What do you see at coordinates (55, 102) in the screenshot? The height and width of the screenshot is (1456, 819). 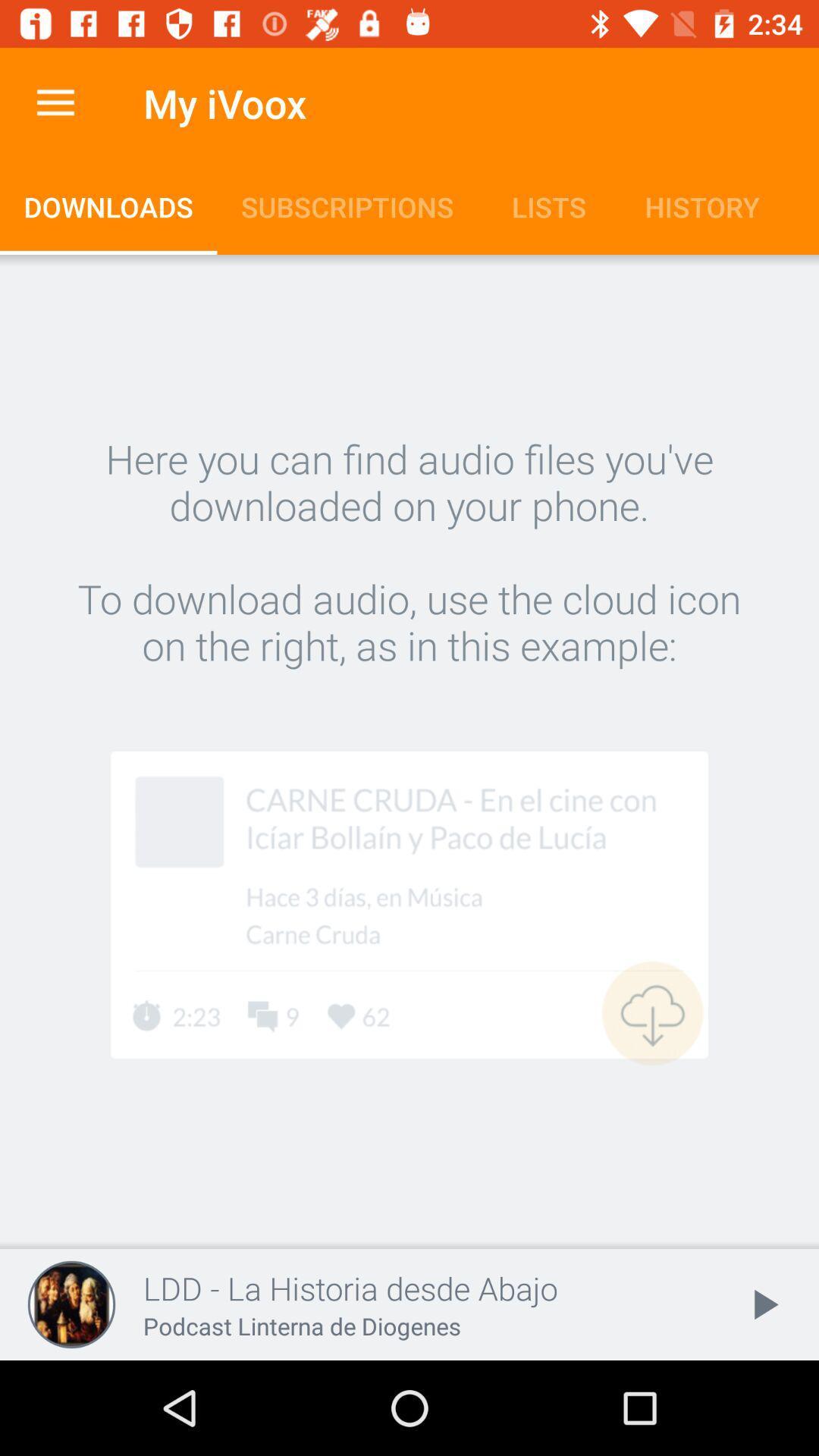 I see `item to the left of my ivoox` at bounding box center [55, 102].